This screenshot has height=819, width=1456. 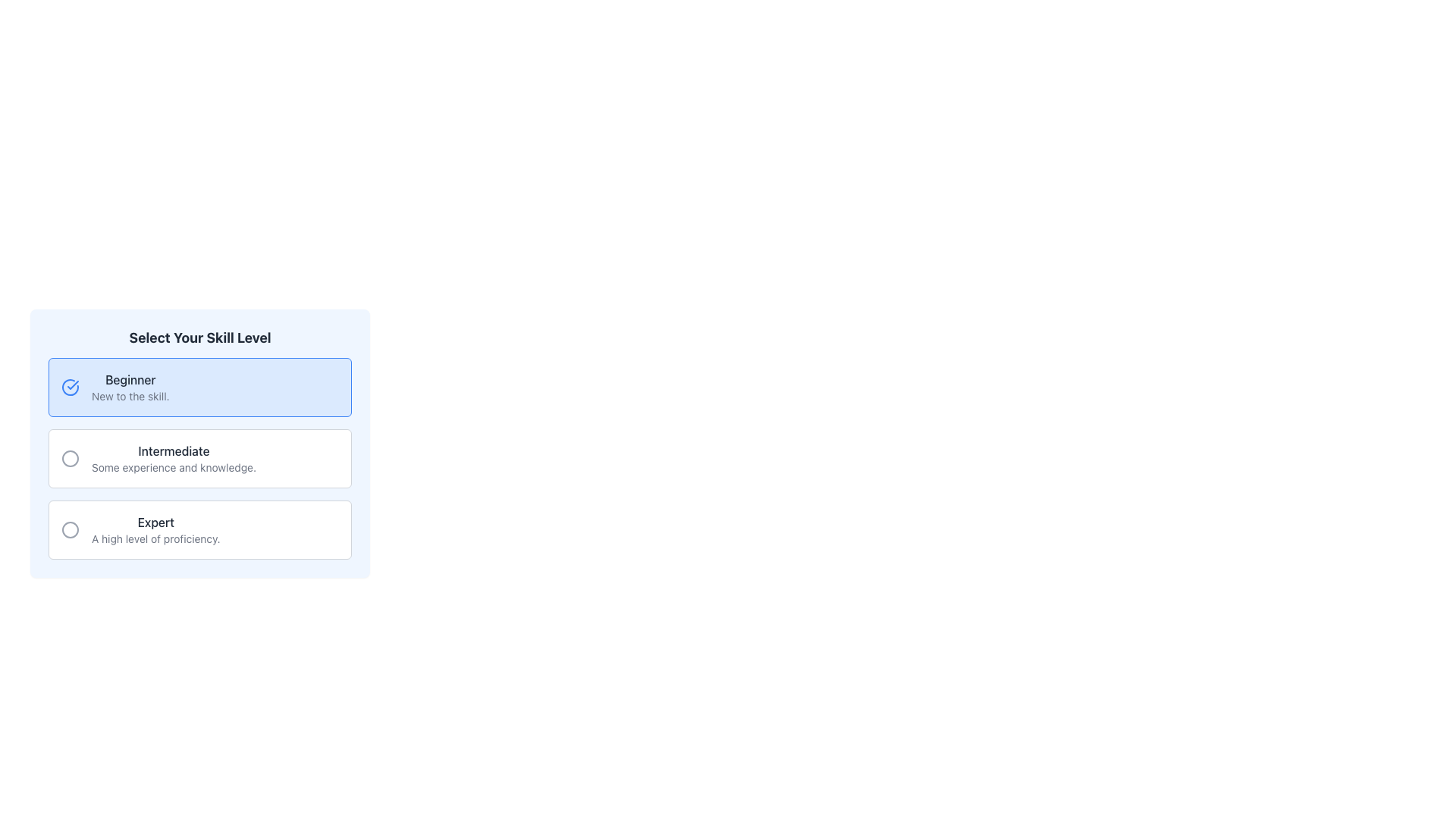 I want to click on the 'Intermediate' label, which is a bold text in a darker shade of gray, positioned above the description 'Some experience and knowledge' in the 'Select Your Skill Level' interface, so click(x=174, y=450).